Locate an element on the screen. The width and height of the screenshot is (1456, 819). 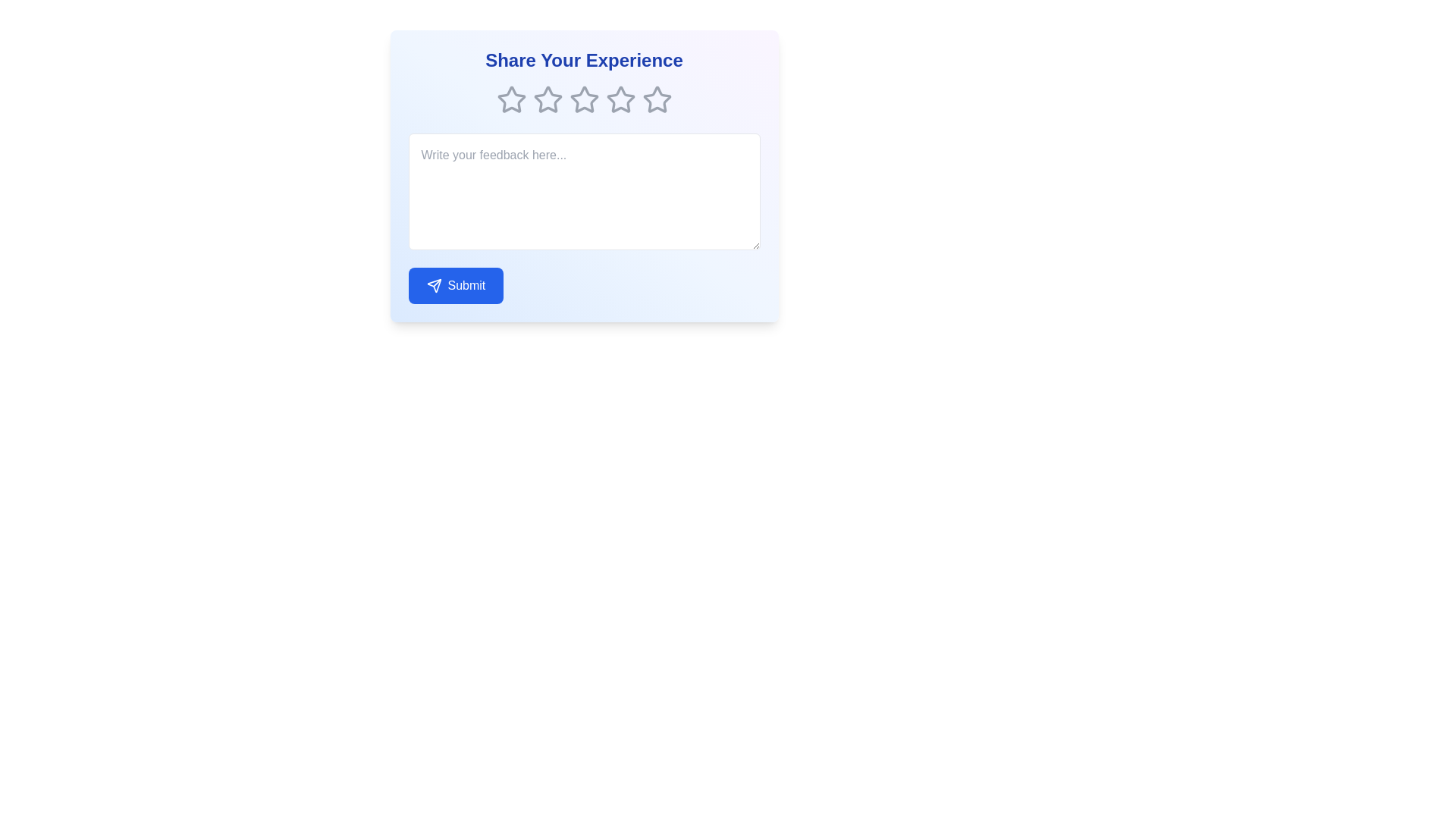
submit button to submit the feedback form is located at coordinates (455, 286).